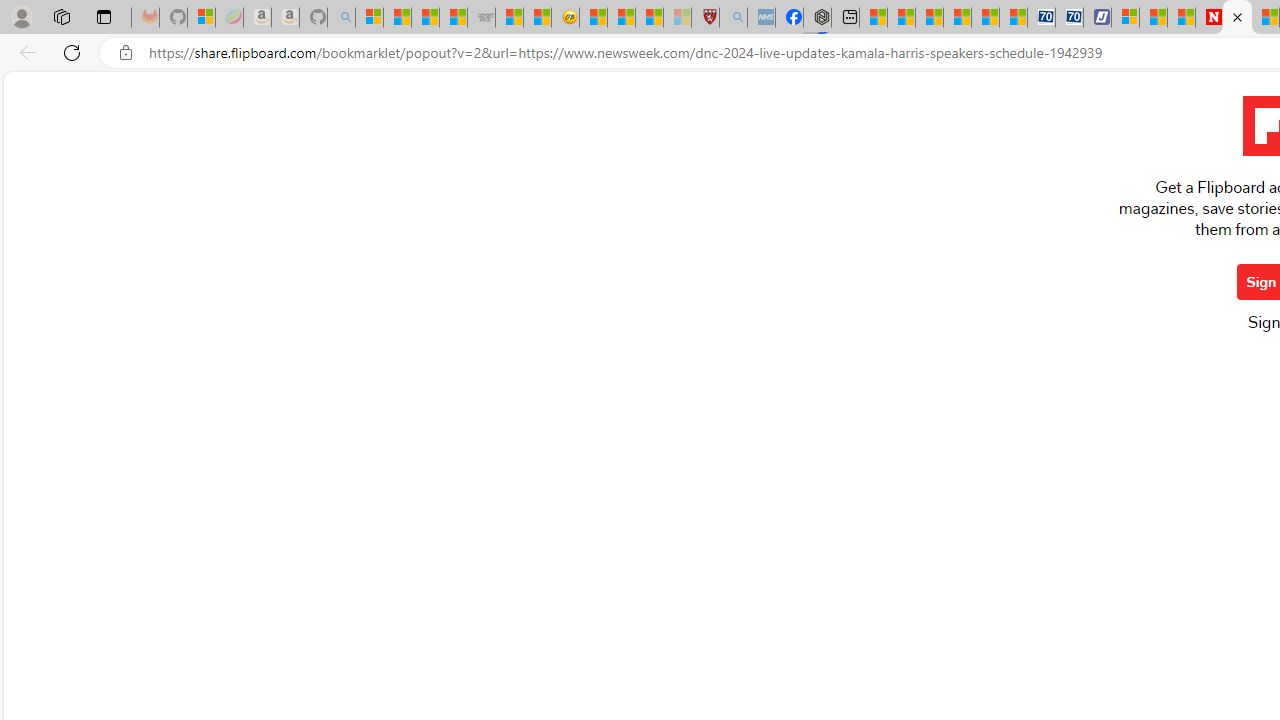 The width and height of the screenshot is (1280, 720). What do you see at coordinates (452, 17) in the screenshot?
I see `'Stocks - MSN'` at bounding box center [452, 17].